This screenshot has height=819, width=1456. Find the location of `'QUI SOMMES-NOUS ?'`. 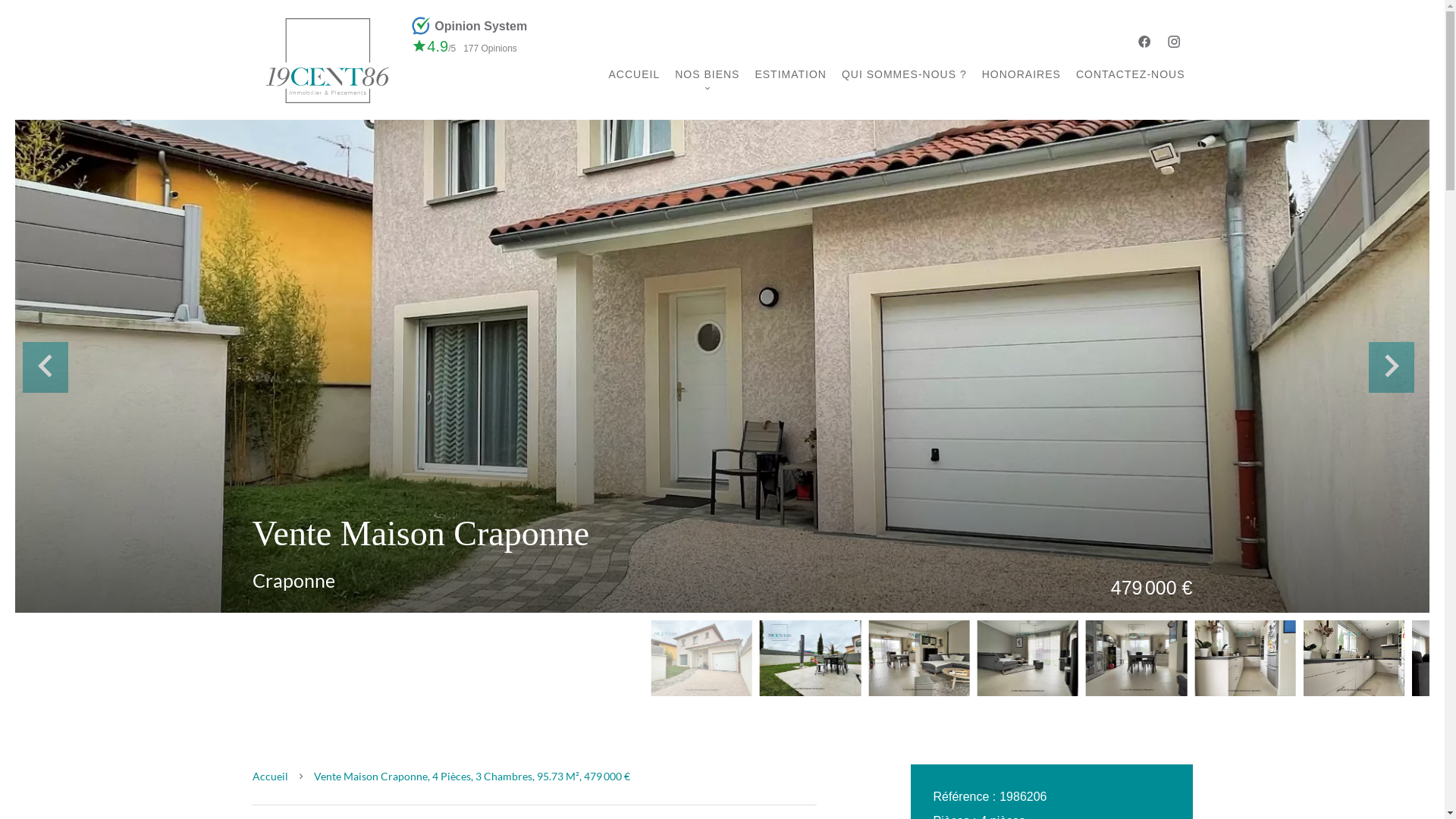

'QUI SOMMES-NOUS ?' is located at coordinates (840, 74).